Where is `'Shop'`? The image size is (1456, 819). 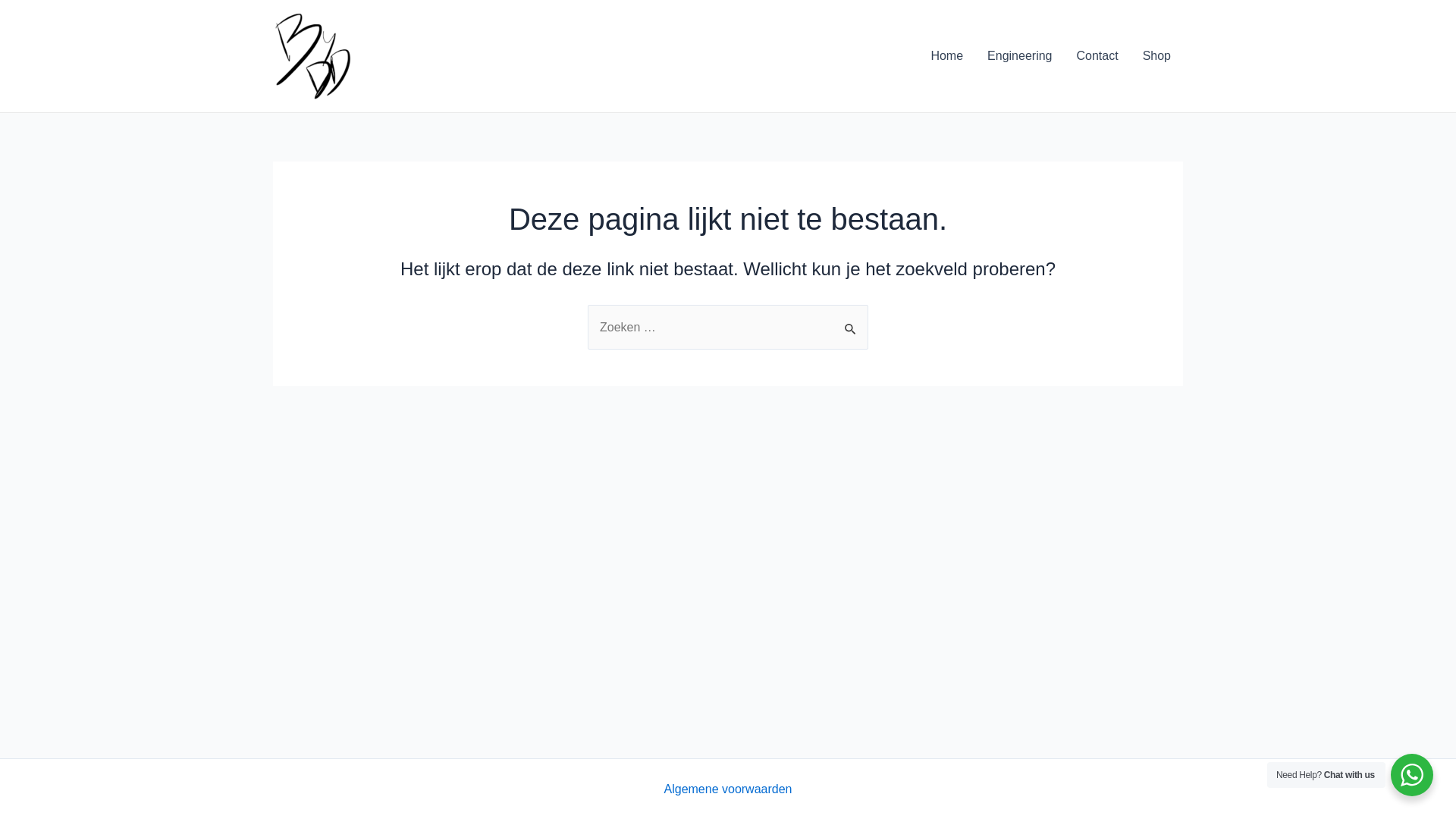 'Shop' is located at coordinates (1156, 55).